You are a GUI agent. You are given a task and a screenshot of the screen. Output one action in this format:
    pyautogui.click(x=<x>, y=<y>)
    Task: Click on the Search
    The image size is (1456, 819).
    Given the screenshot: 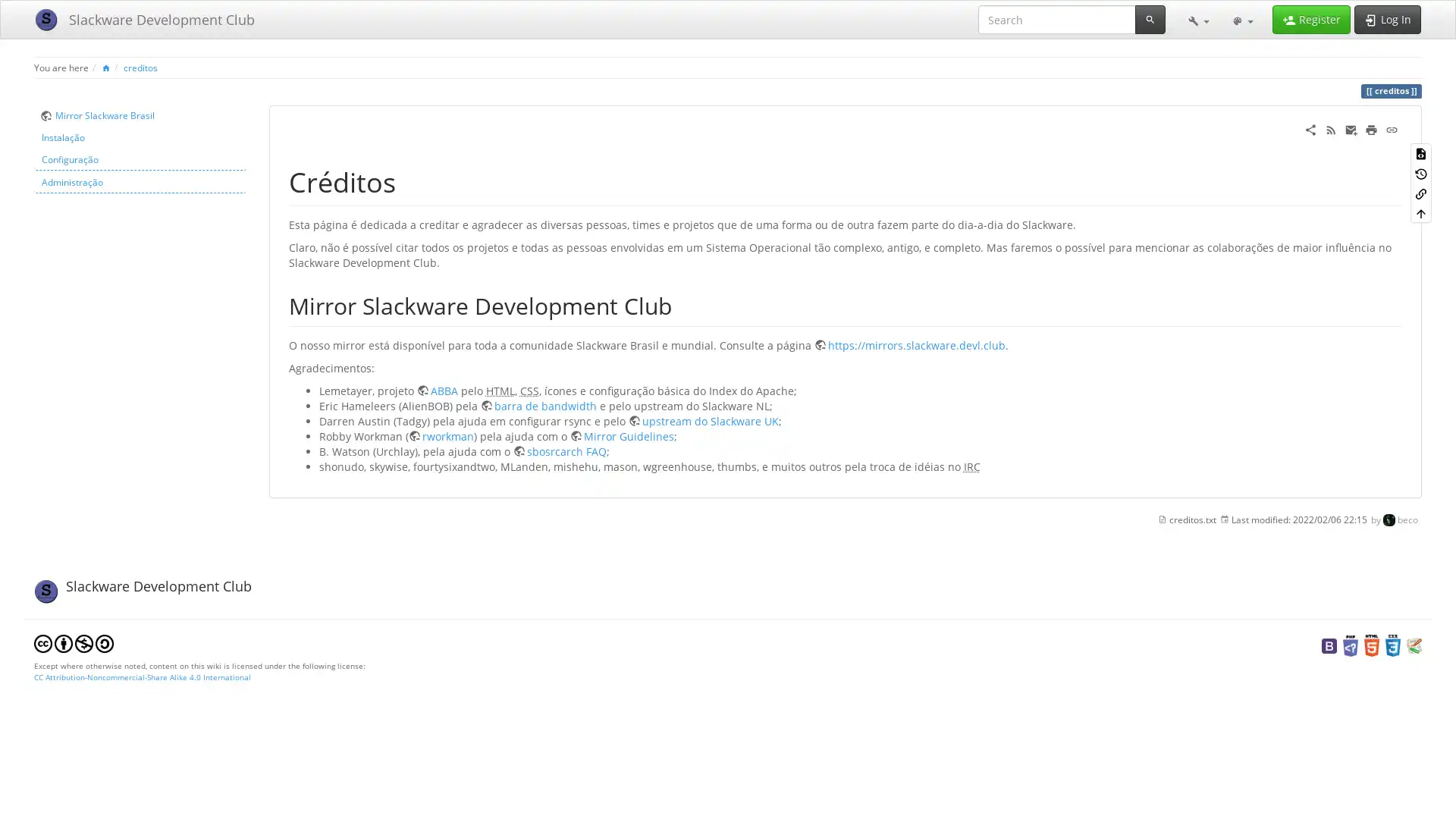 What is the action you would take?
    pyautogui.click(x=1150, y=20)
    